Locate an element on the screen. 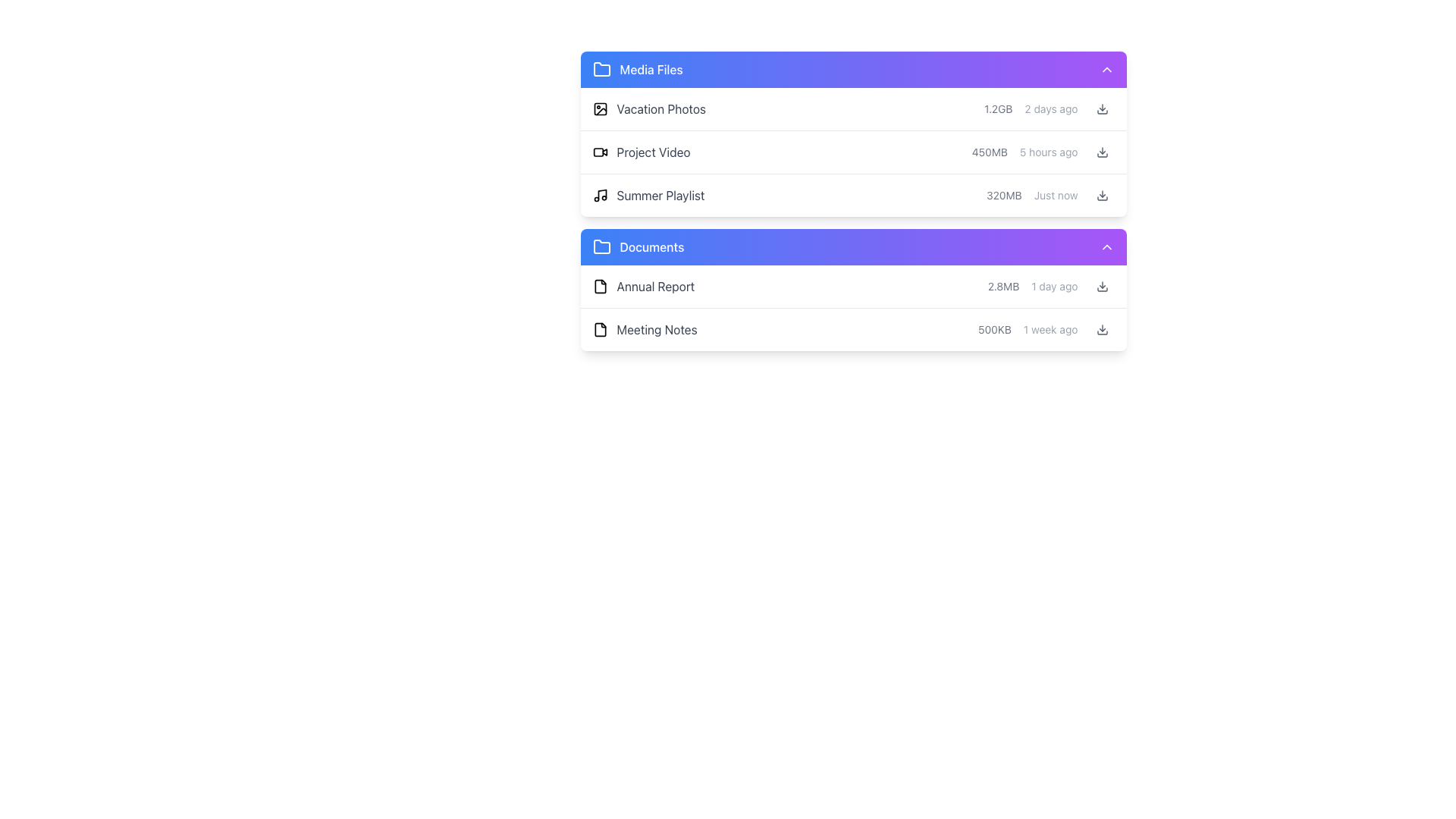  the download button for the 'Annual Report' file located on the far right of its row in the 'Documents' section to initiate the file download is located at coordinates (1102, 287).